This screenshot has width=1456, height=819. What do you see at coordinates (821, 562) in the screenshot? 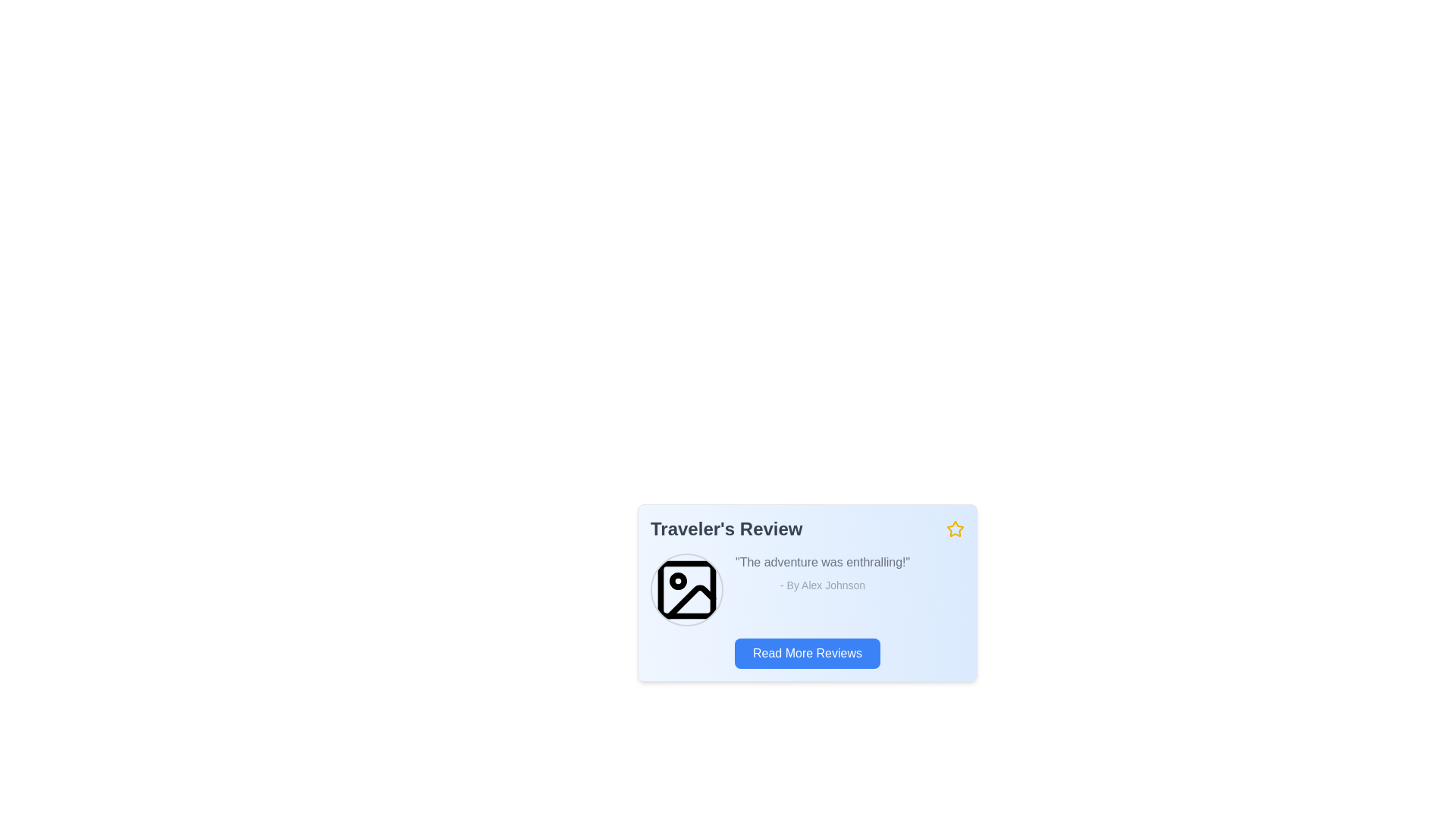
I see `the static text content displaying a quotation or review, which is positioned above the author's name 'By Alex Johnson' in the middle-right section of the review card` at bounding box center [821, 562].